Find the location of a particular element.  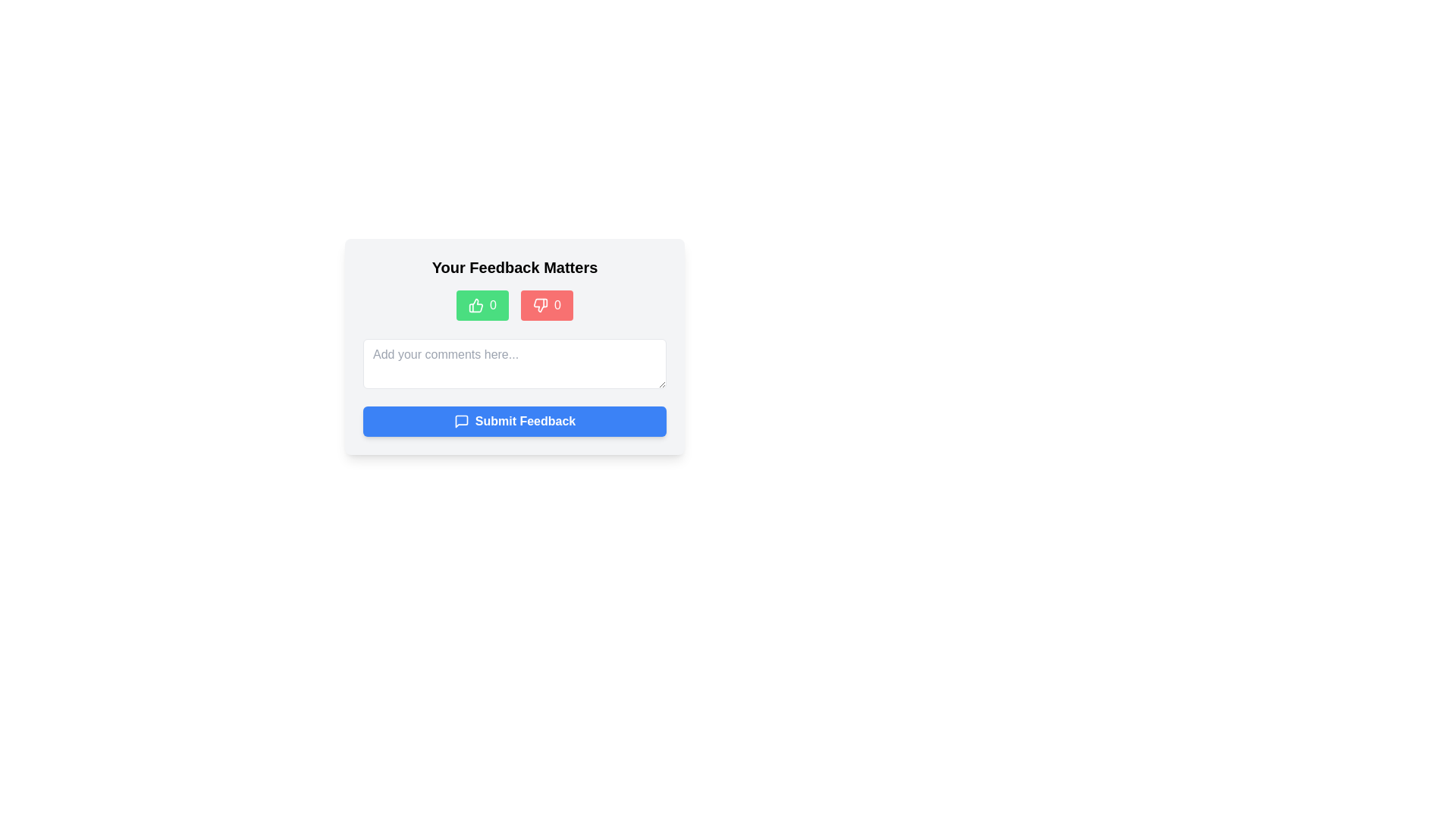

the positive feedback button located above the feedback text input area and below the title 'Your Feedback Matters.' is located at coordinates (482, 305).